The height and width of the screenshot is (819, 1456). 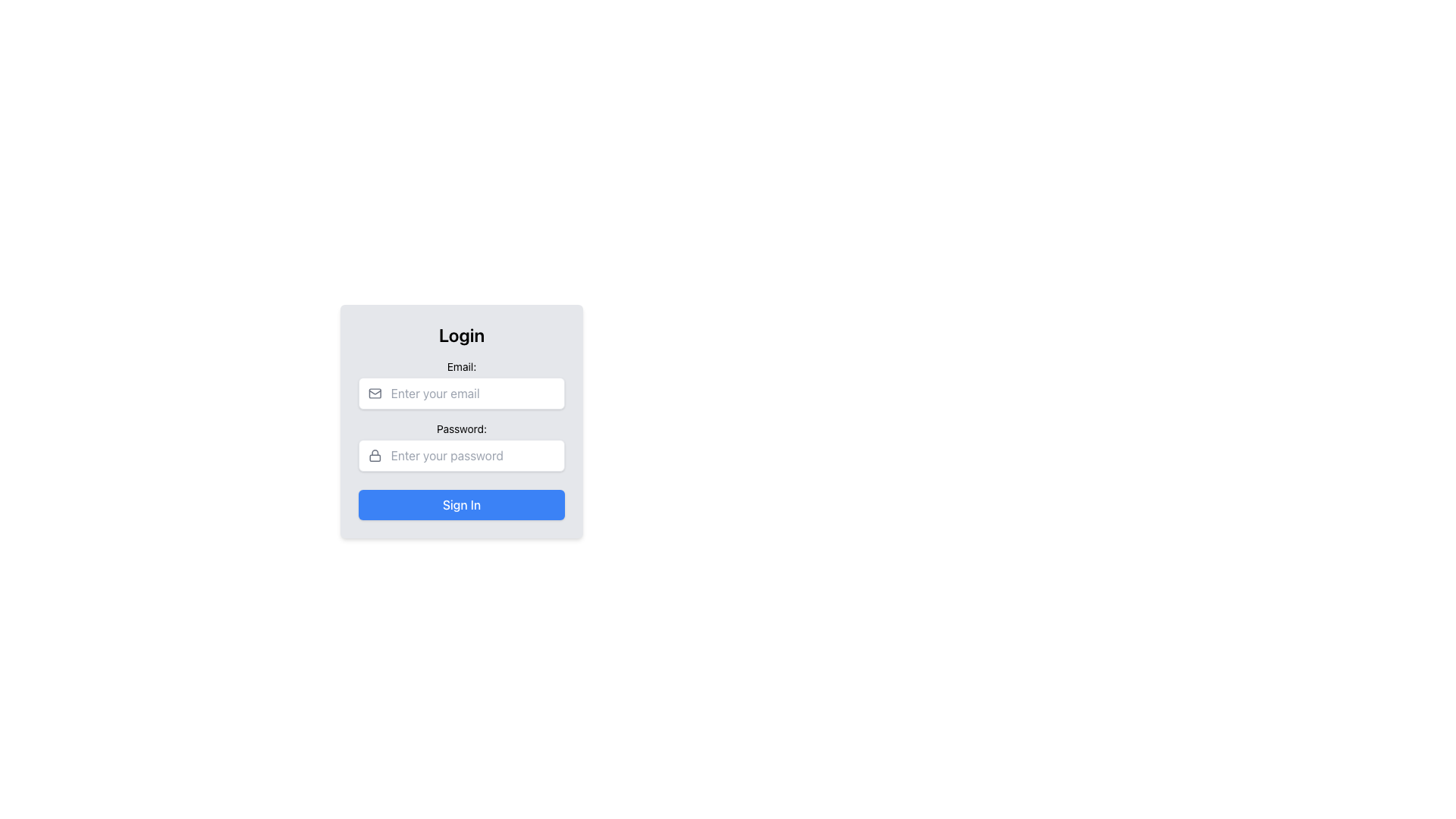 What do you see at coordinates (461, 393) in the screenshot?
I see `the email input field located below the 'Email:' label in the 'Login' form` at bounding box center [461, 393].